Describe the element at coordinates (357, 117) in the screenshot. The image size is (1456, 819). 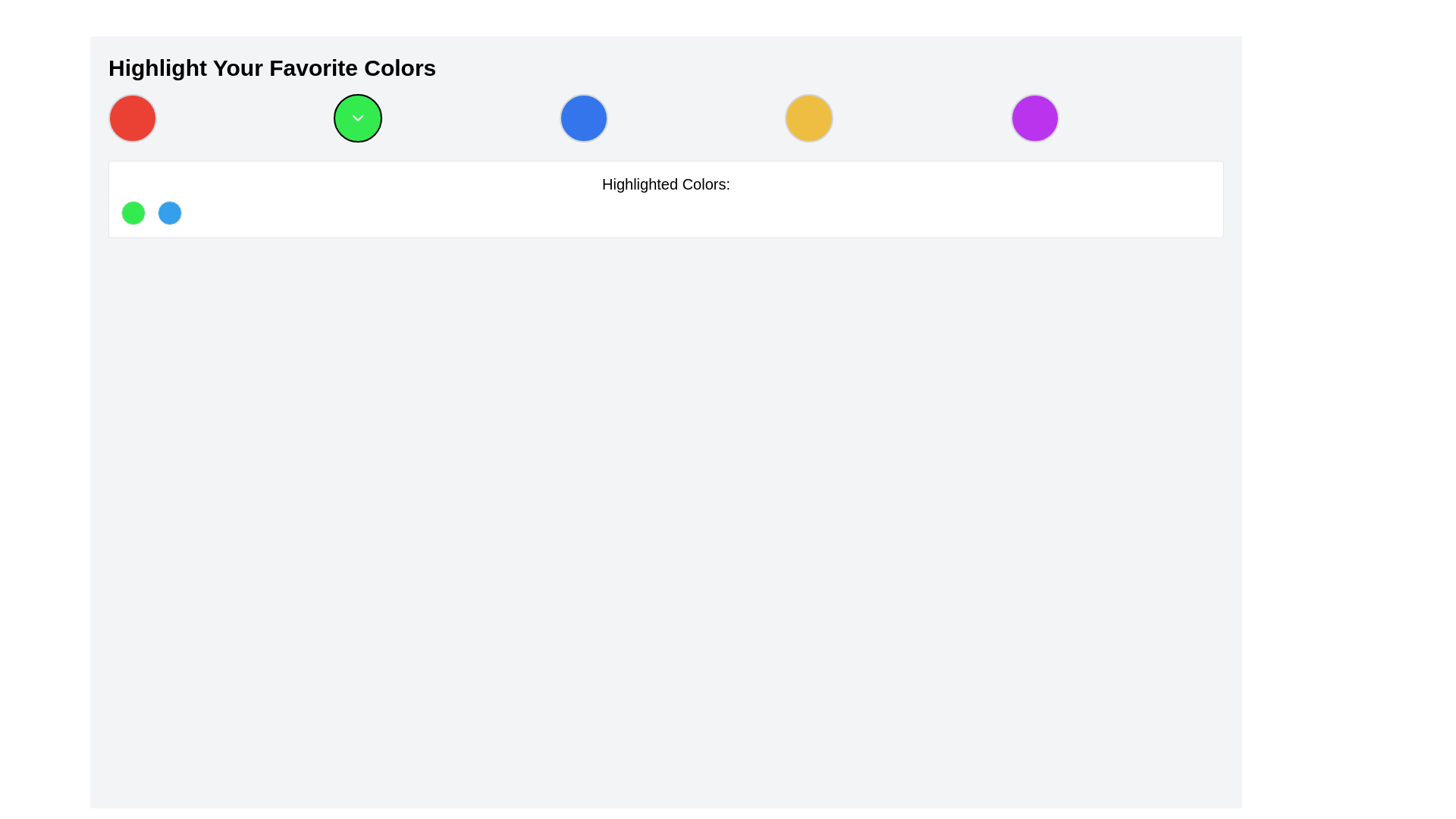
I see `the second circular button from the left, which has a green fill and is part of a row of five buttons at the top of the interface` at that location.